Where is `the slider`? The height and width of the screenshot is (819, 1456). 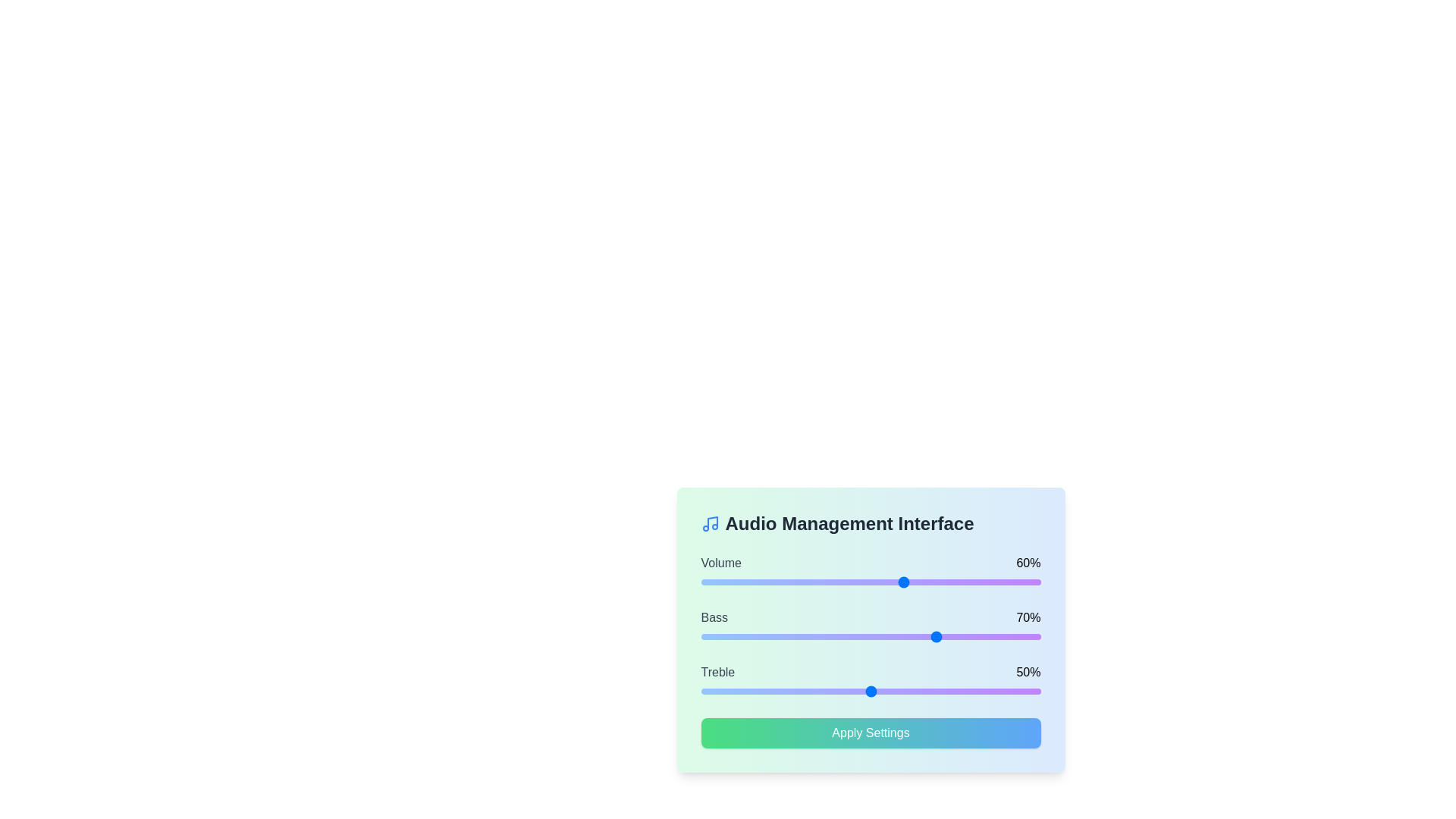
the slider is located at coordinates (815, 637).